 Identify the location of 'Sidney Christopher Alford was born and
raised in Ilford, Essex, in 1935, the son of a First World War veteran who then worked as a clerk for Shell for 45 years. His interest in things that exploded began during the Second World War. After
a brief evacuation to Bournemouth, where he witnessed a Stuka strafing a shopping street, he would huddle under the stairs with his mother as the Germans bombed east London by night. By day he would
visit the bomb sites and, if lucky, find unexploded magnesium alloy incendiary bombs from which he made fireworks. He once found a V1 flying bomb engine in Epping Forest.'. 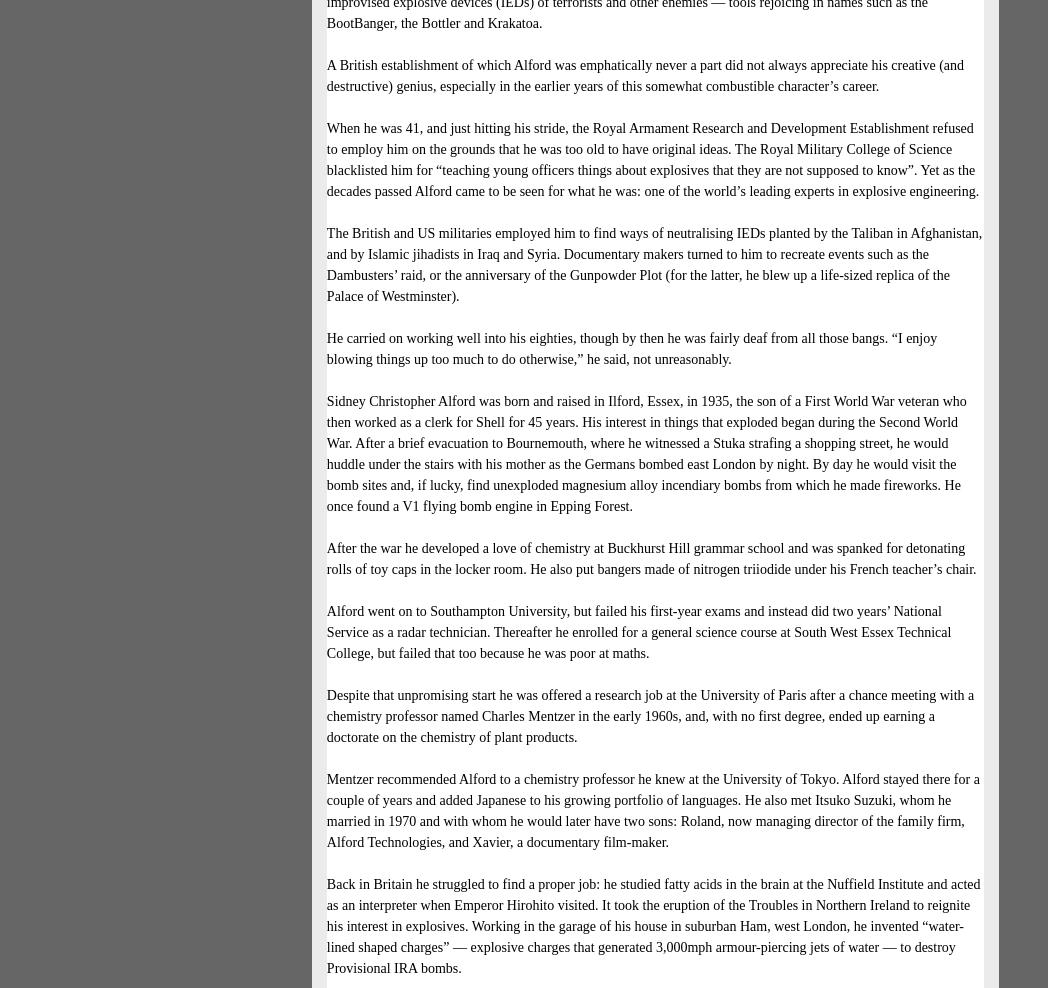
(644, 453).